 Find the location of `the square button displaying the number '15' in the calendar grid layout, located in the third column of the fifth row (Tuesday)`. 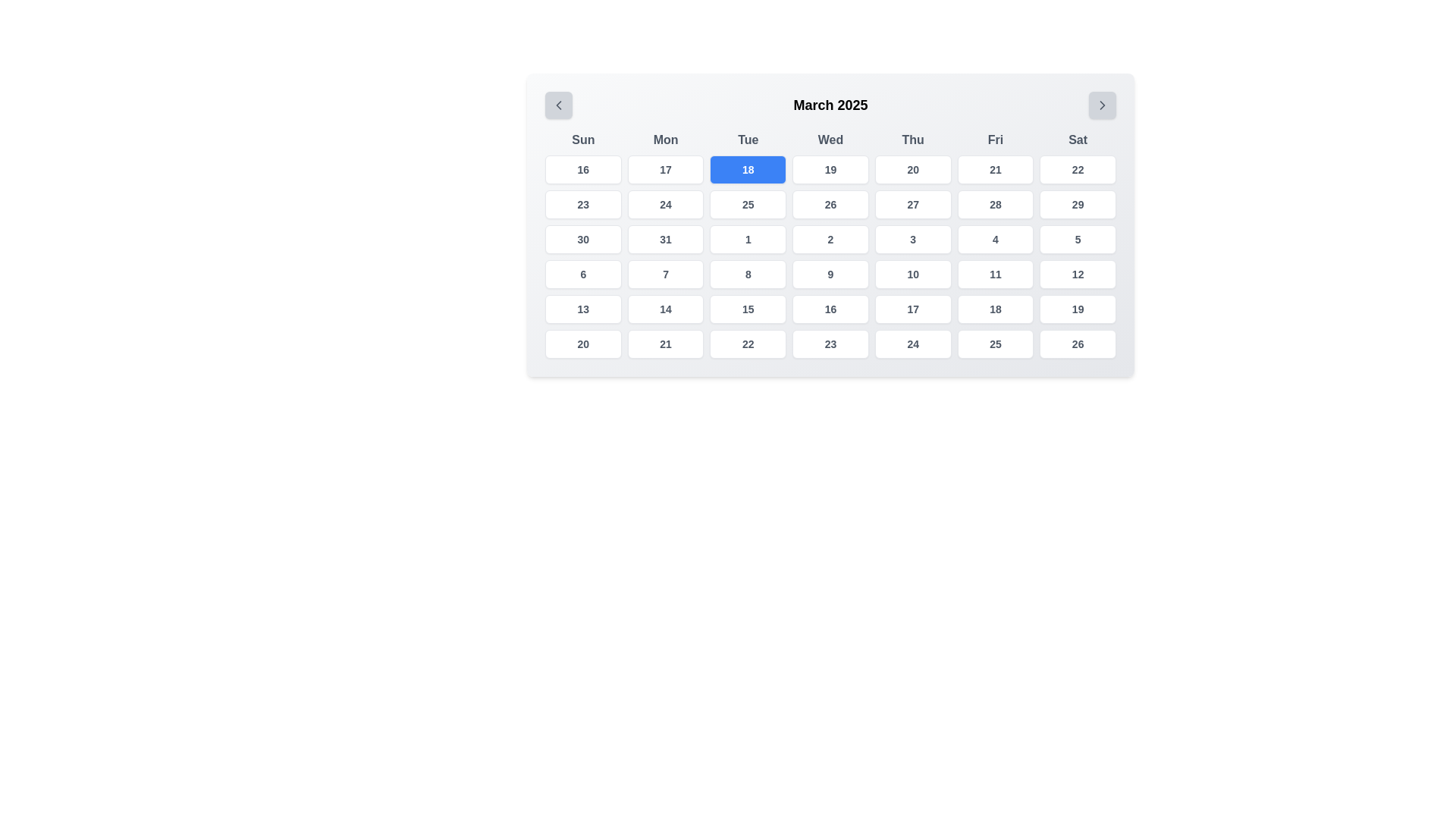

the square button displaying the number '15' in the calendar grid layout, located in the third column of the fifth row (Tuesday) is located at coordinates (748, 309).